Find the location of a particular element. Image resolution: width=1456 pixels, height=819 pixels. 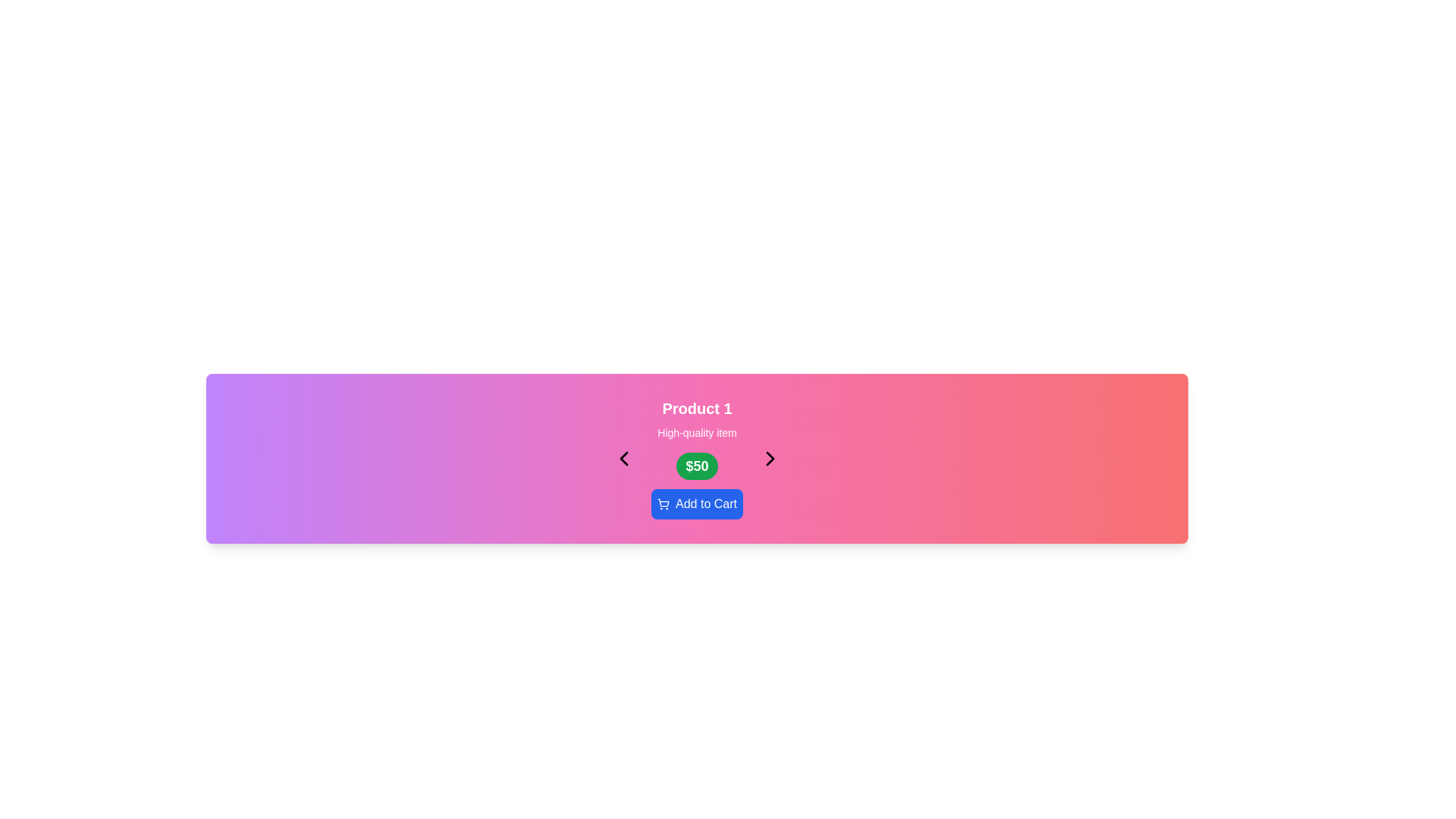

the right-facing chevron arrow icon button on the gradient background is located at coordinates (770, 458).